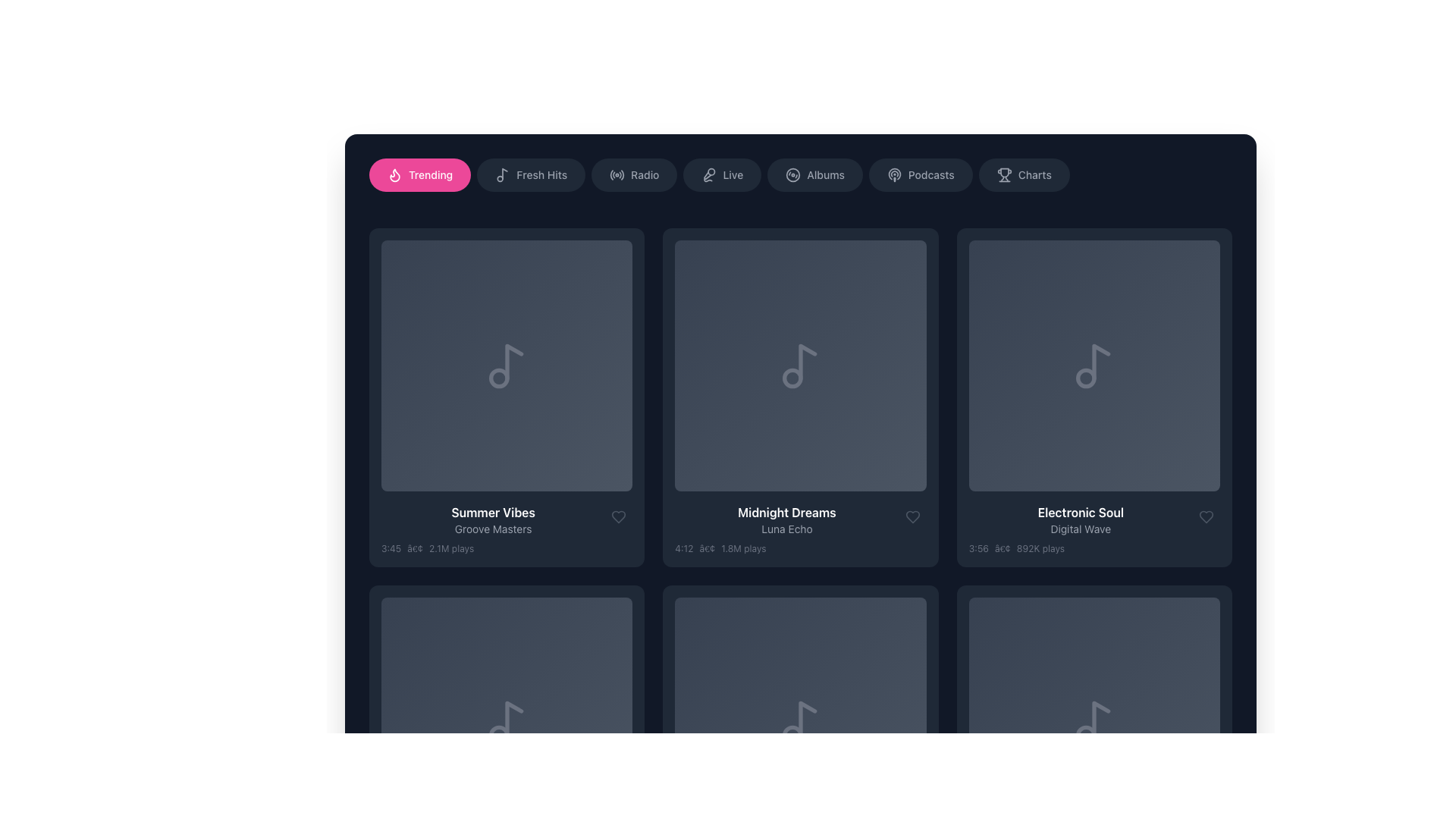 The height and width of the screenshot is (819, 1456). I want to click on text label displaying '1.8M plays', which is a small, gray font located in the lower-left corner of the media listing tile 'Midnight Dreams', so click(743, 549).